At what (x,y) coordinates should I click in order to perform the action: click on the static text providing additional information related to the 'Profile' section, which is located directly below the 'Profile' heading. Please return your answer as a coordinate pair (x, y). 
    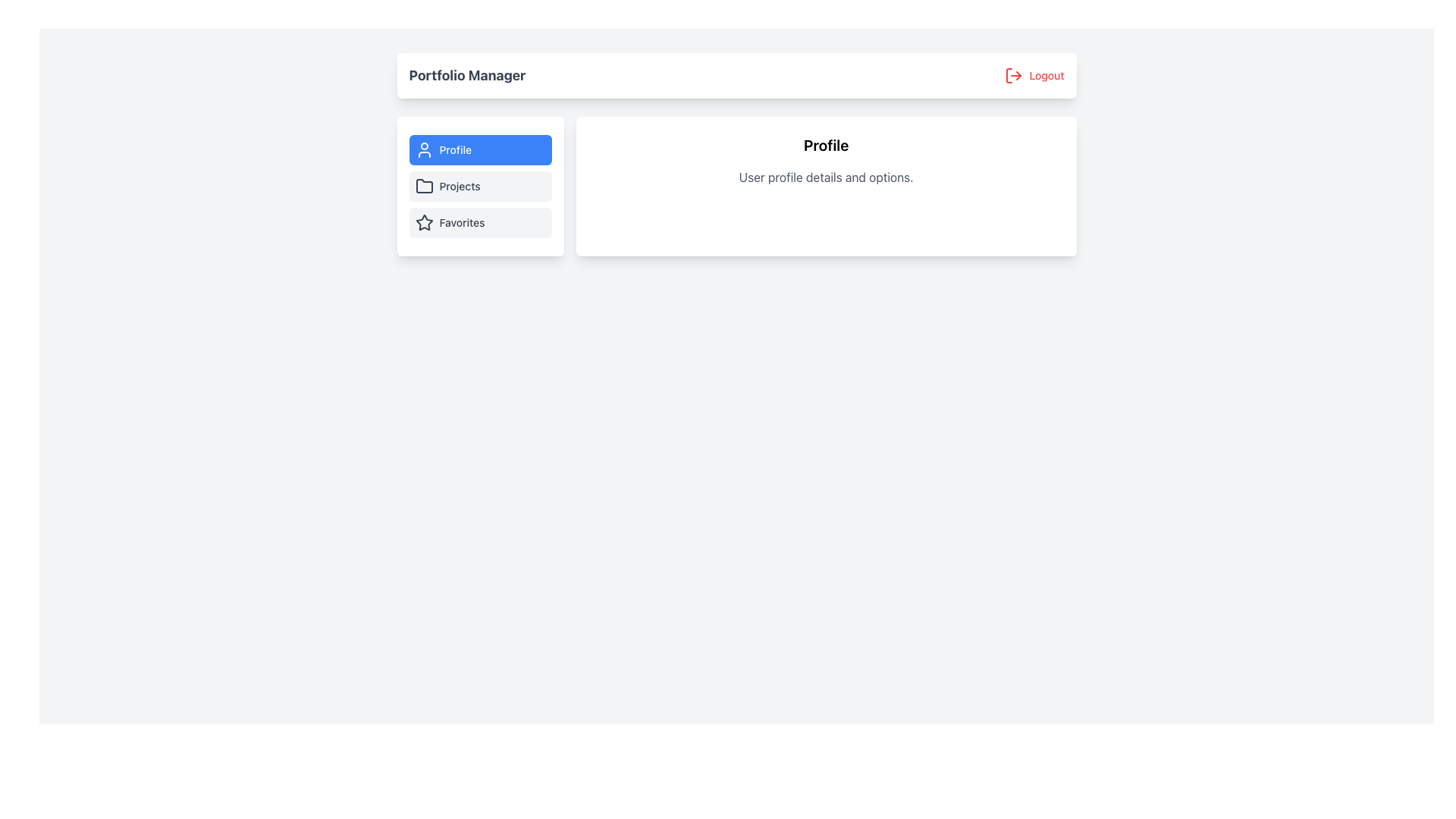
    Looking at the image, I should click on (825, 177).